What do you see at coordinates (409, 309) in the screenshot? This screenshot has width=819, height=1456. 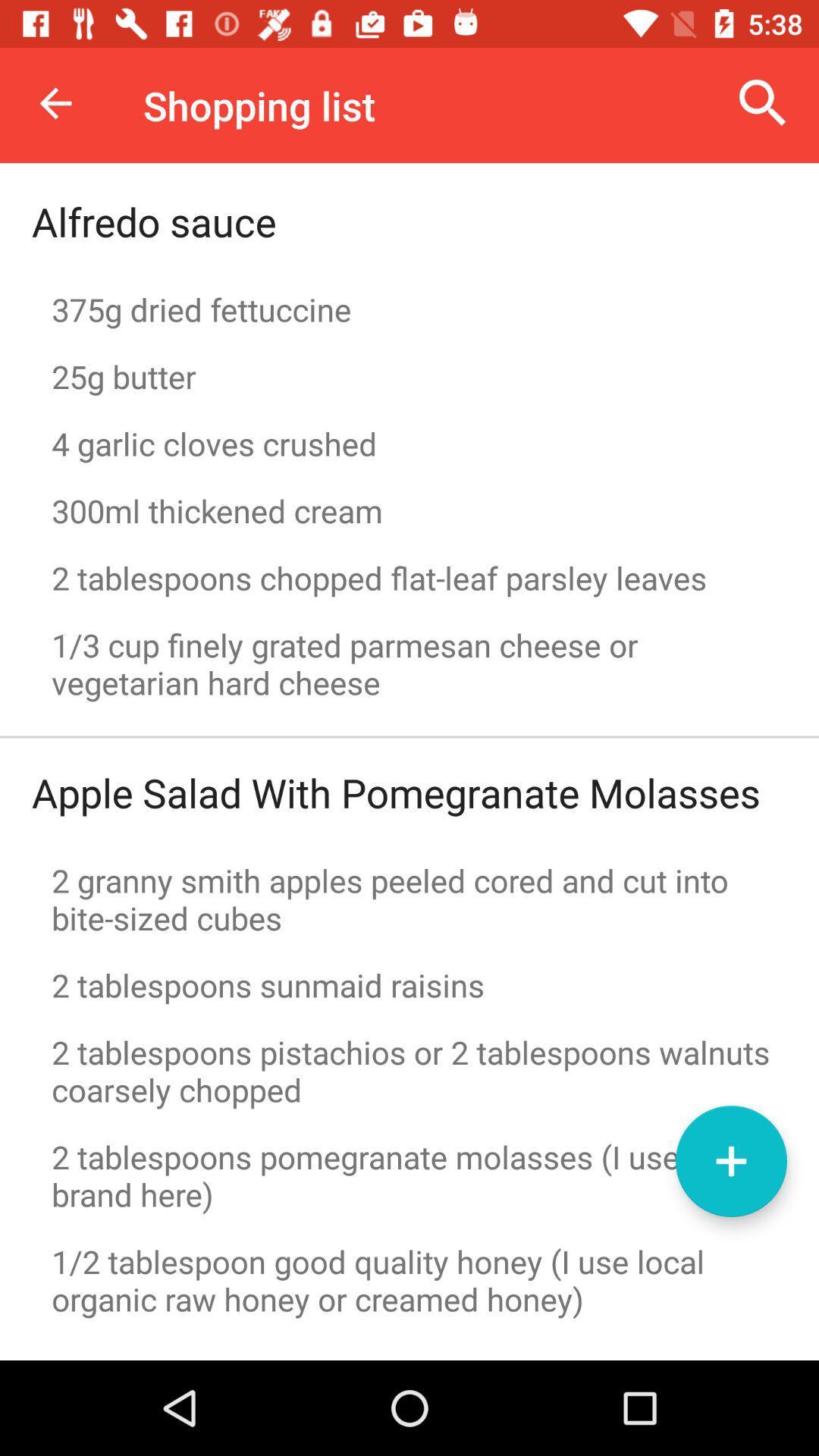 I see `the item below the alfredo sauce item` at bounding box center [409, 309].